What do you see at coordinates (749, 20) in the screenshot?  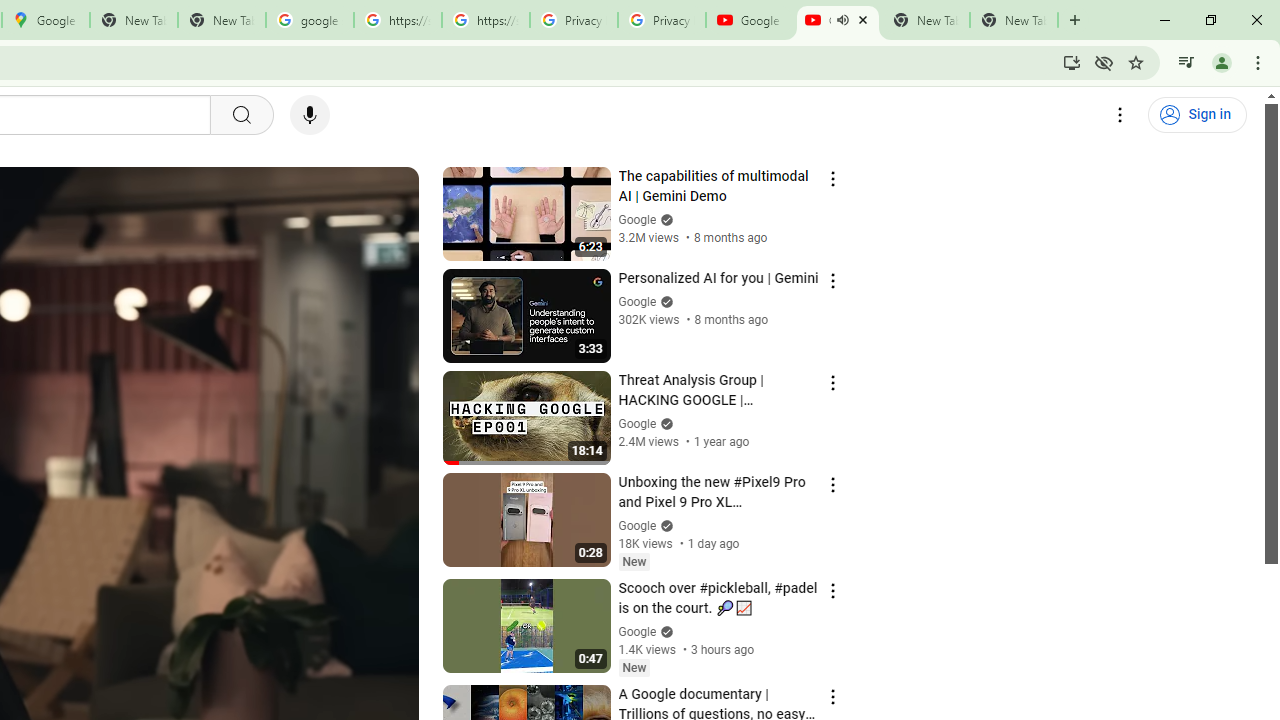 I see `'Google - YouTube'` at bounding box center [749, 20].